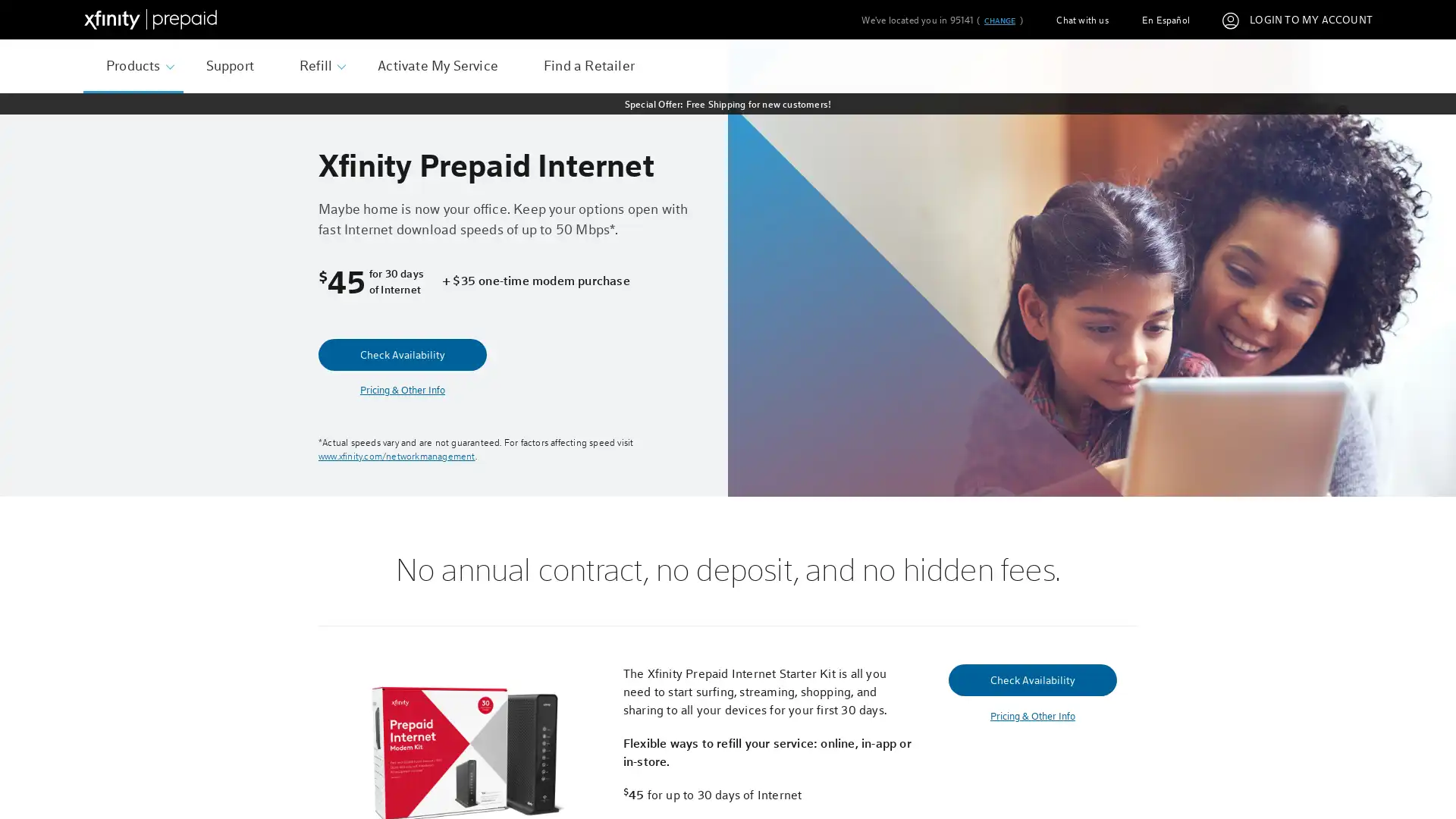 This screenshot has width=1456, height=819. I want to click on Check Availability, so click(403, 354).